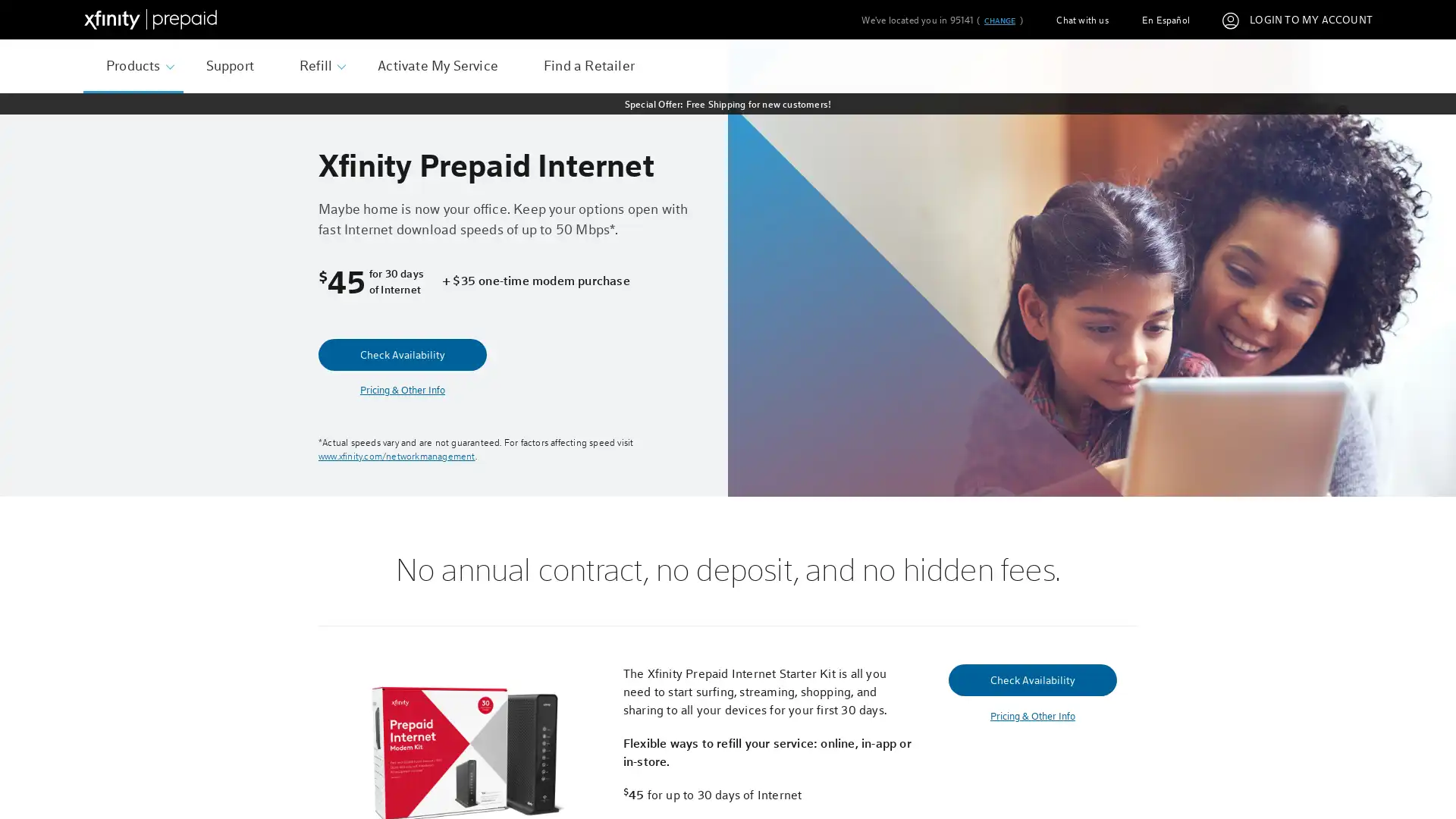 This screenshot has width=1456, height=819. I want to click on Check Availability, so click(403, 354).